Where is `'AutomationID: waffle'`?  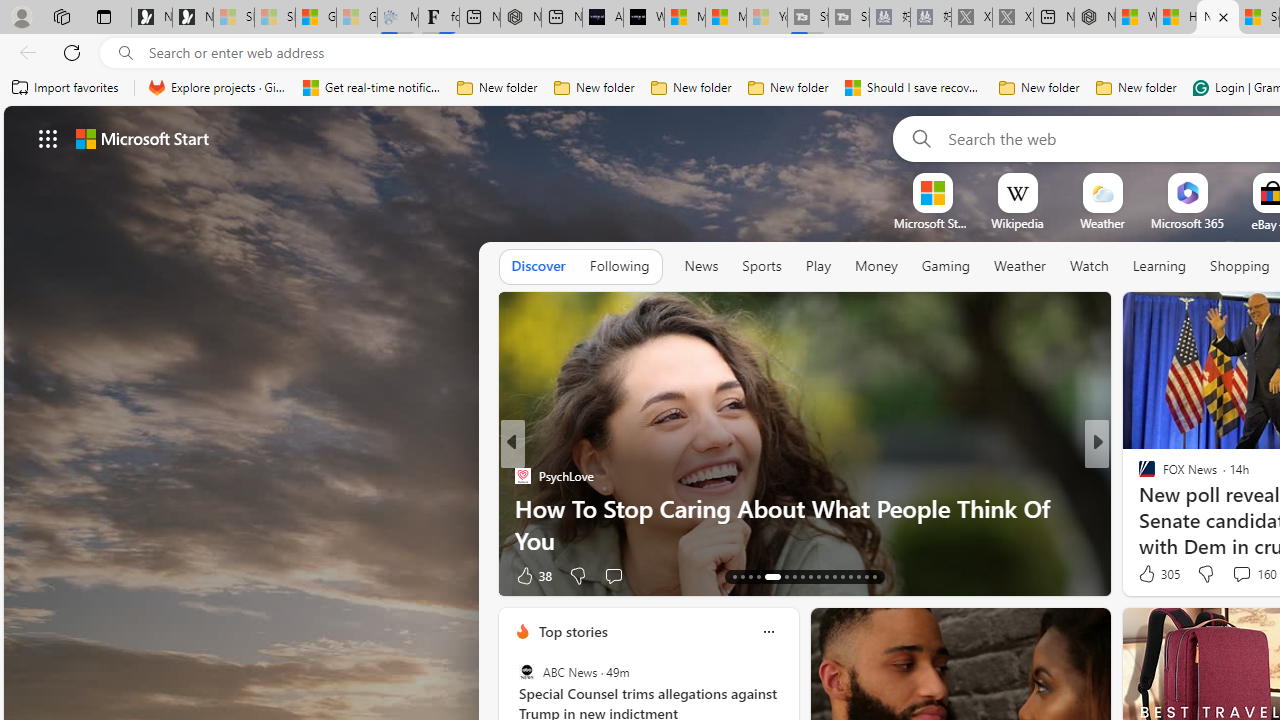 'AutomationID: waffle' is located at coordinates (48, 137).